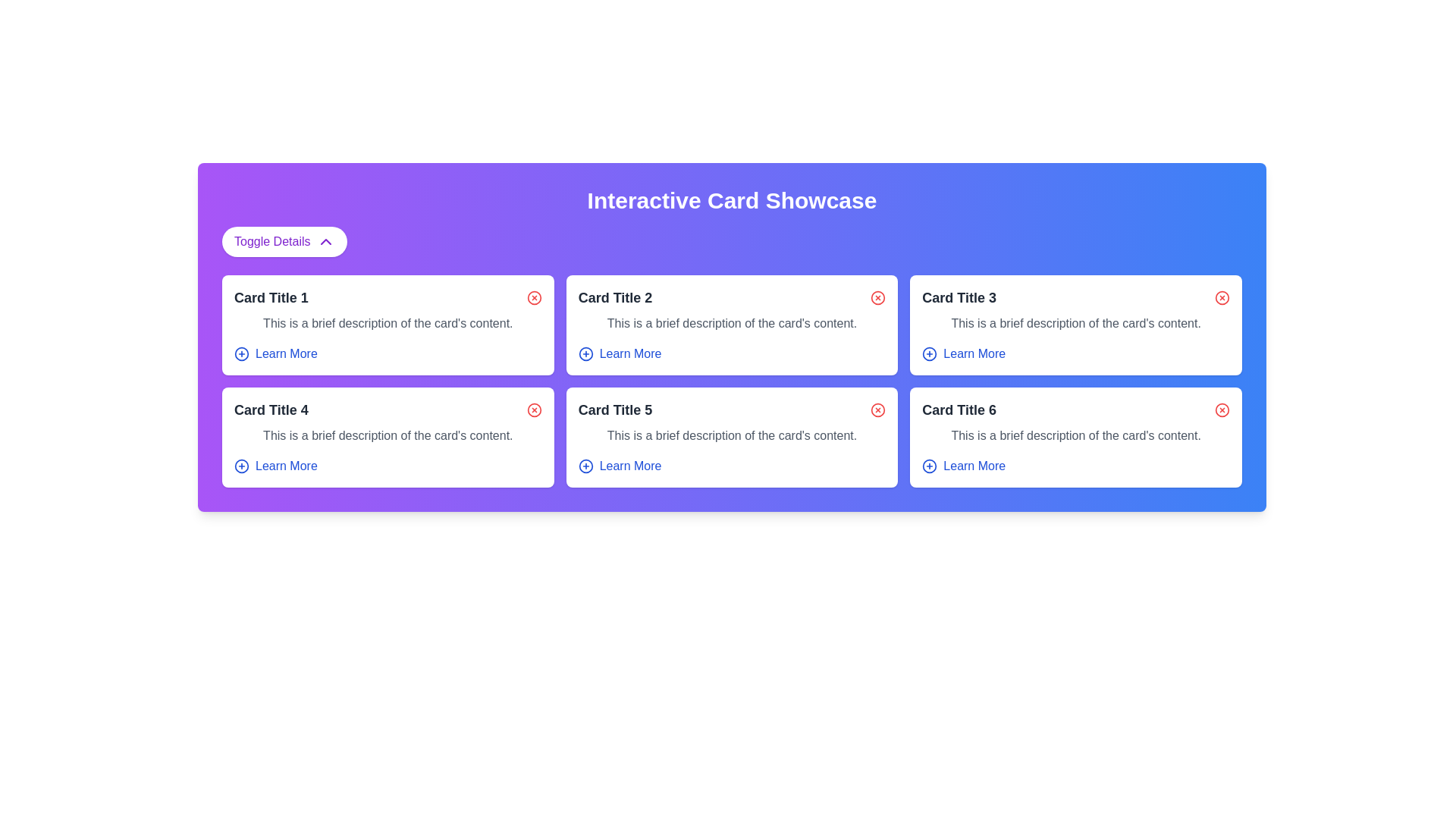 The width and height of the screenshot is (1456, 819). Describe the element at coordinates (878, 409) in the screenshot. I see `the dismiss button located at the top-right corner of the 'Card Title 5' card` at that location.